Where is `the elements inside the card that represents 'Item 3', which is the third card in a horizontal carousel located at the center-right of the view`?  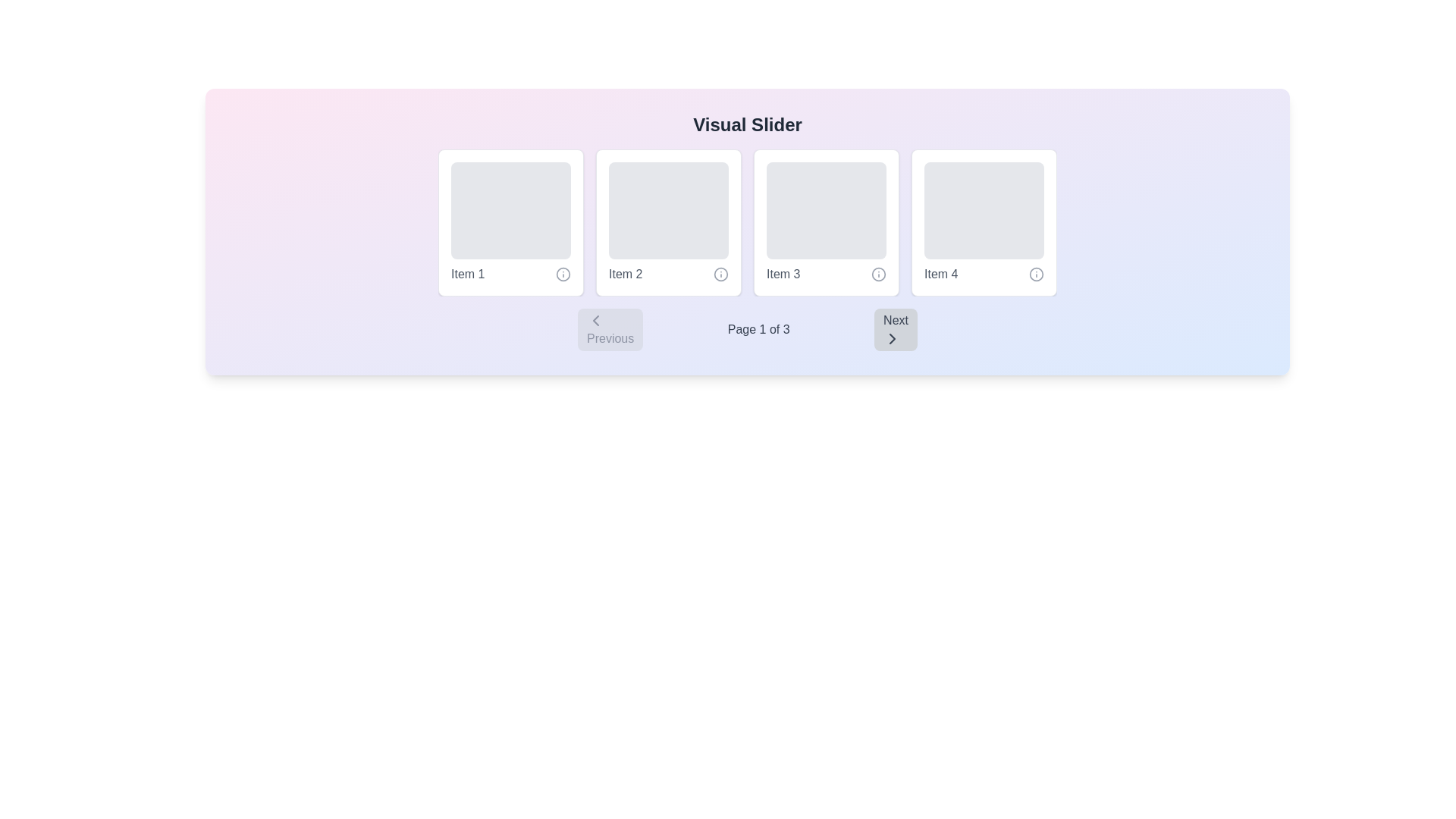
the elements inside the card that represents 'Item 3', which is the third card in a horizontal carousel located at the center-right of the view is located at coordinates (825, 222).